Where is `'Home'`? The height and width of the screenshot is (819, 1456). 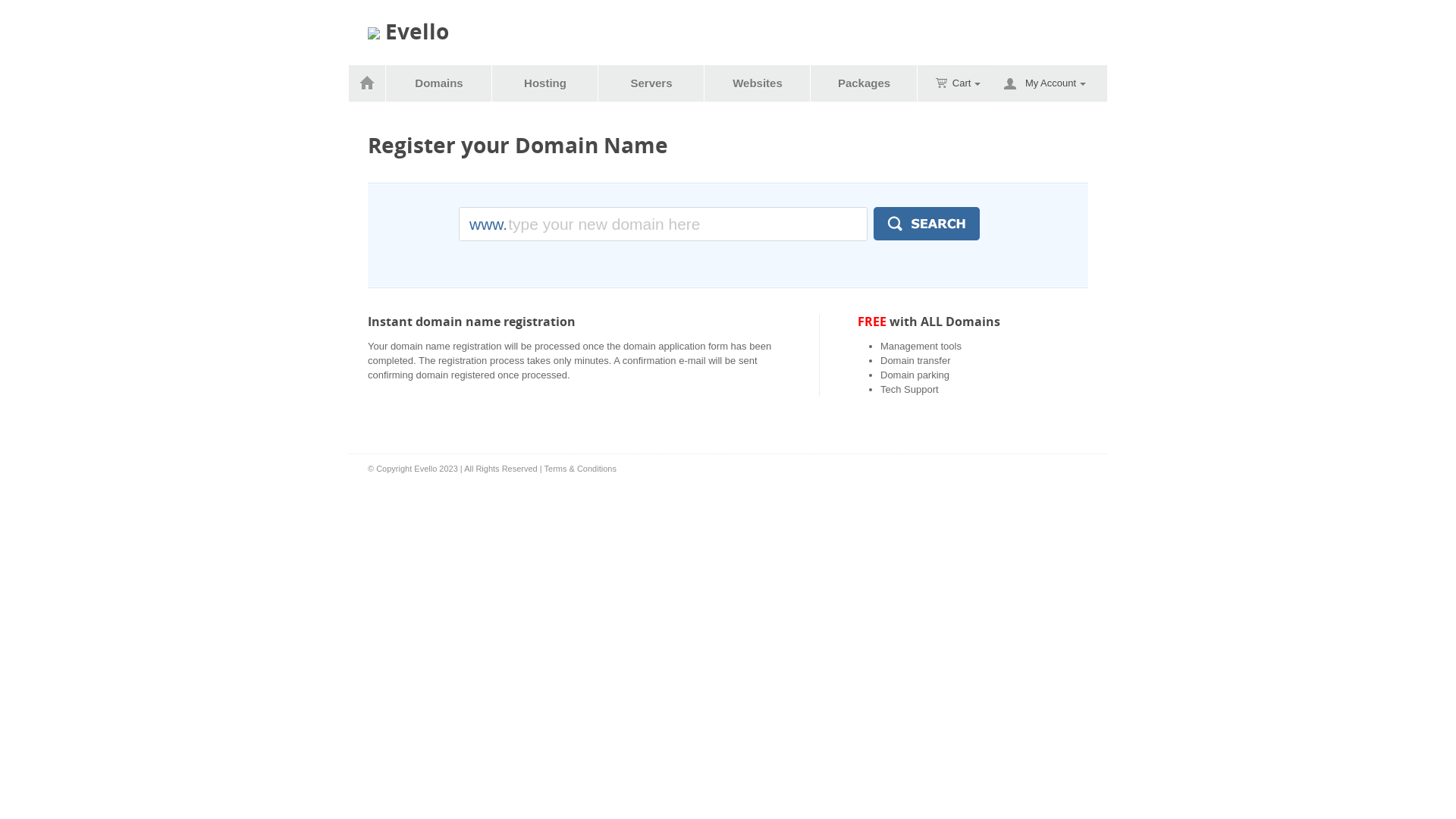
'Home' is located at coordinates (367, 83).